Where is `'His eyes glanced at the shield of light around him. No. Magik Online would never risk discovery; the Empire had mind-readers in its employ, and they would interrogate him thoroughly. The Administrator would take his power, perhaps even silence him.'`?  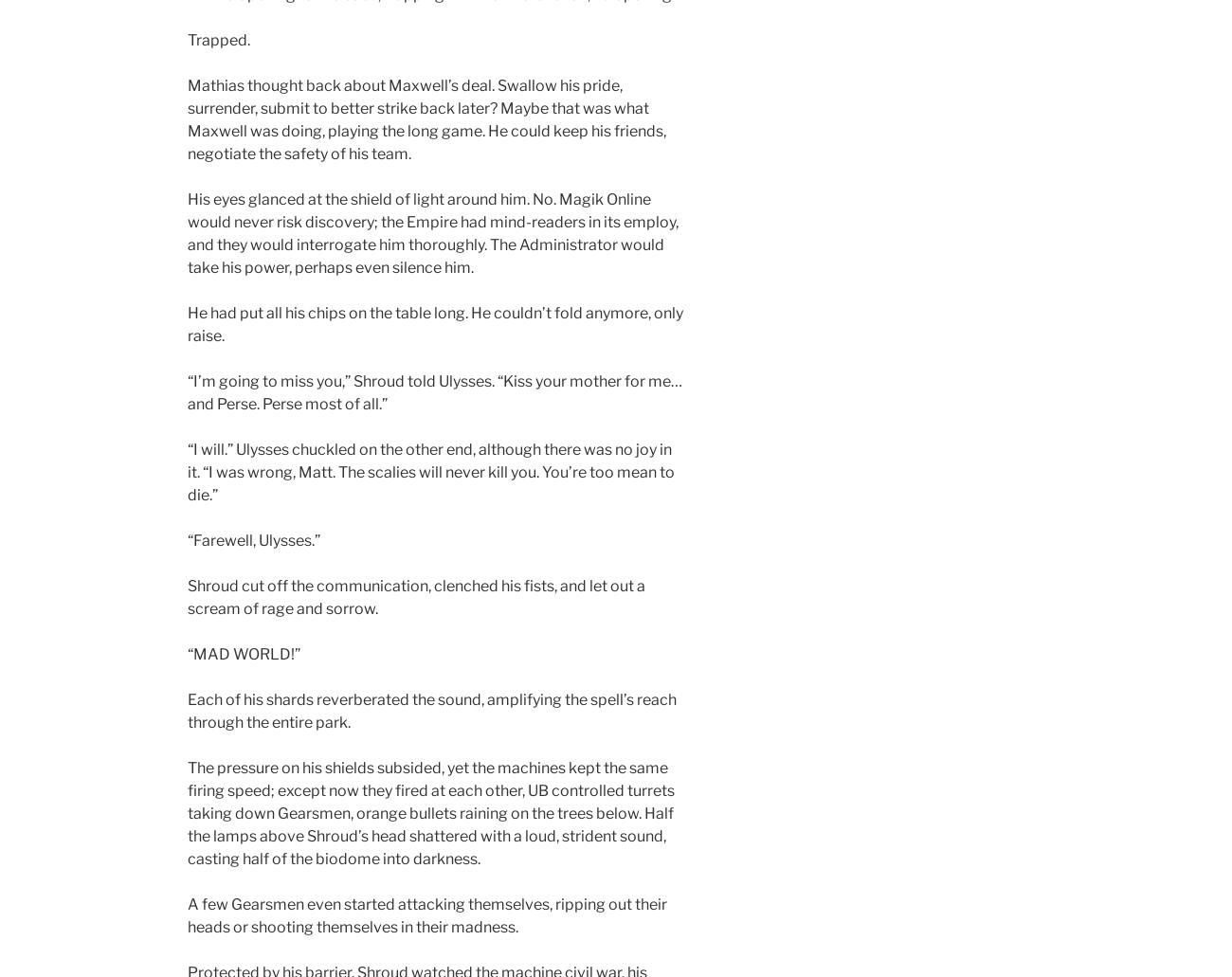
'His eyes glanced at the shield of light around him. No. Magik Online would never risk discovery; the Empire had mind-readers in its employ, and they would interrogate him thoroughly. The Administrator would take his power, perhaps even silence him.' is located at coordinates (431, 233).